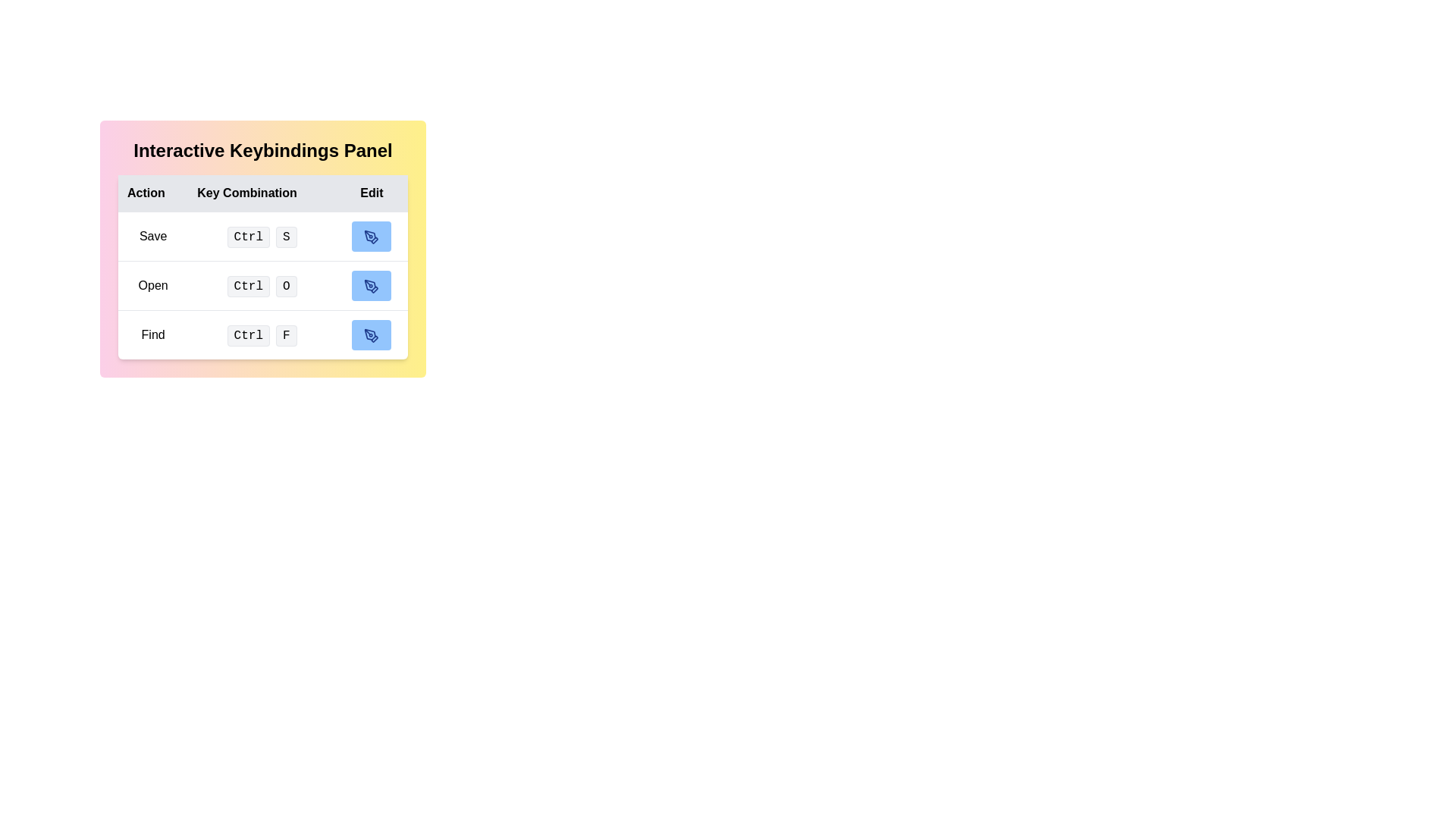 The width and height of the screenshot is (1456, 819). Describe the element at coordinates (372, 334) in the screenshot. I see `the interactive icon in the 'Edit' column for the 'Find' functionality to initiate an edit action in the 'Interactive Keybindings Panel'` at that location.